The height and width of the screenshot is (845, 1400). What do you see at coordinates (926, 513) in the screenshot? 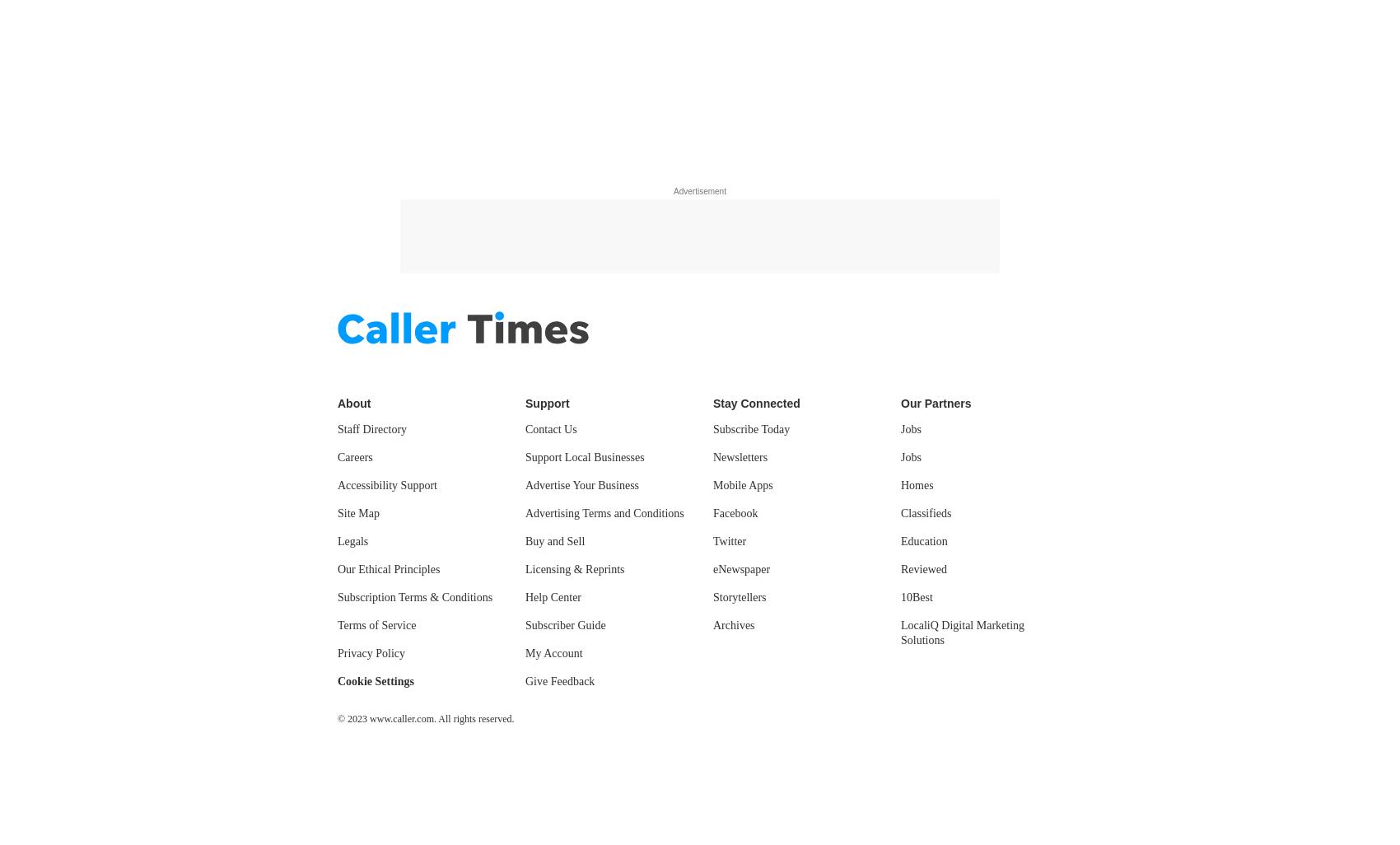
I see `'Classifieds'` at bounding box center [926, 513].